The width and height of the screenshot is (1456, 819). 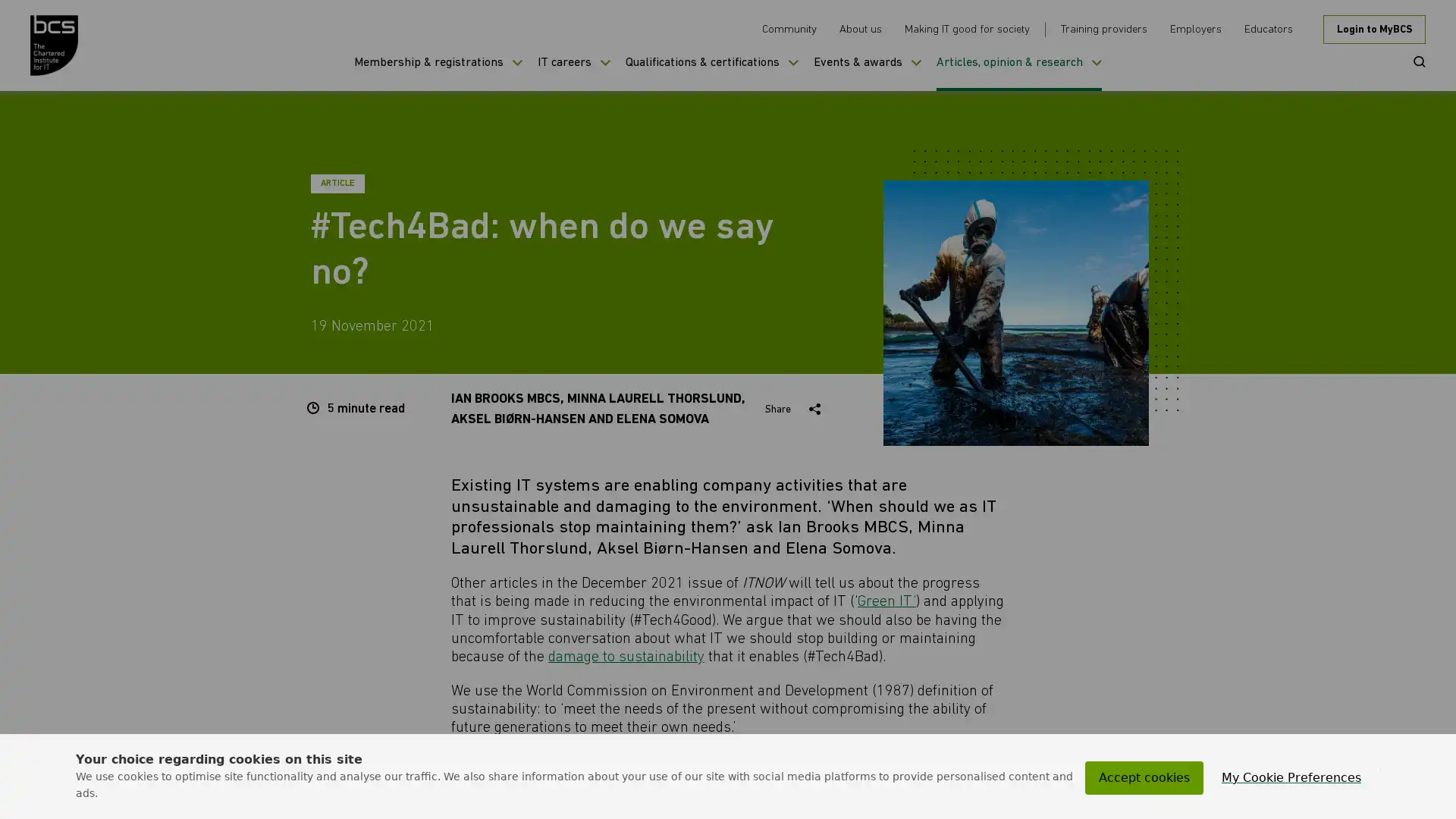 I want to click on Membership & registrations, so click(x=437, y=73).